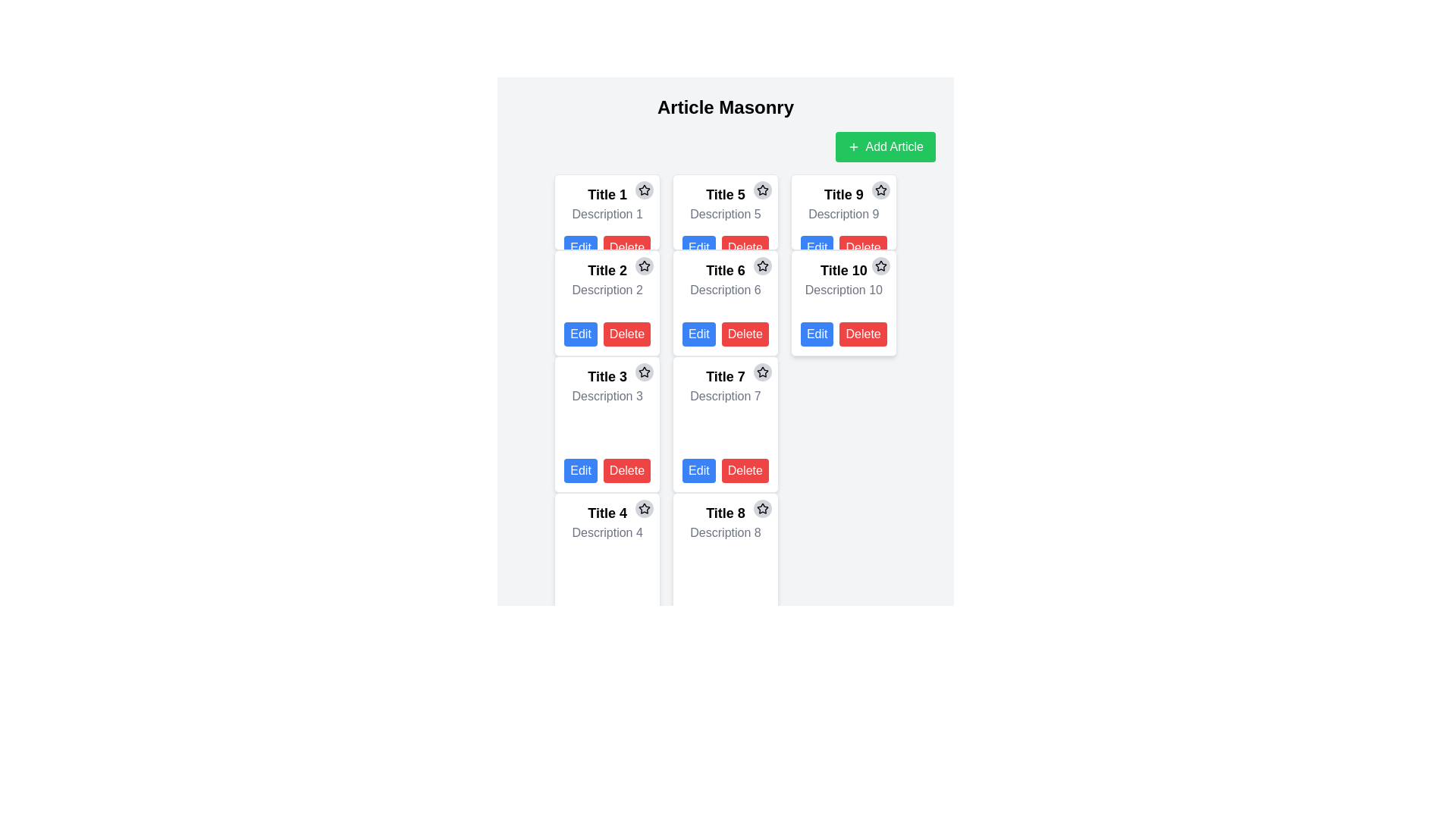 This screenshot has height=819, width=1456. What do you see at coordinates (863, 247) in the screenshot?
I see `the delete button located immediately to the right of the 'Edit' button in the 'Title 9' card of the 'Article Masonry' section` at bounding box center [863, 247].